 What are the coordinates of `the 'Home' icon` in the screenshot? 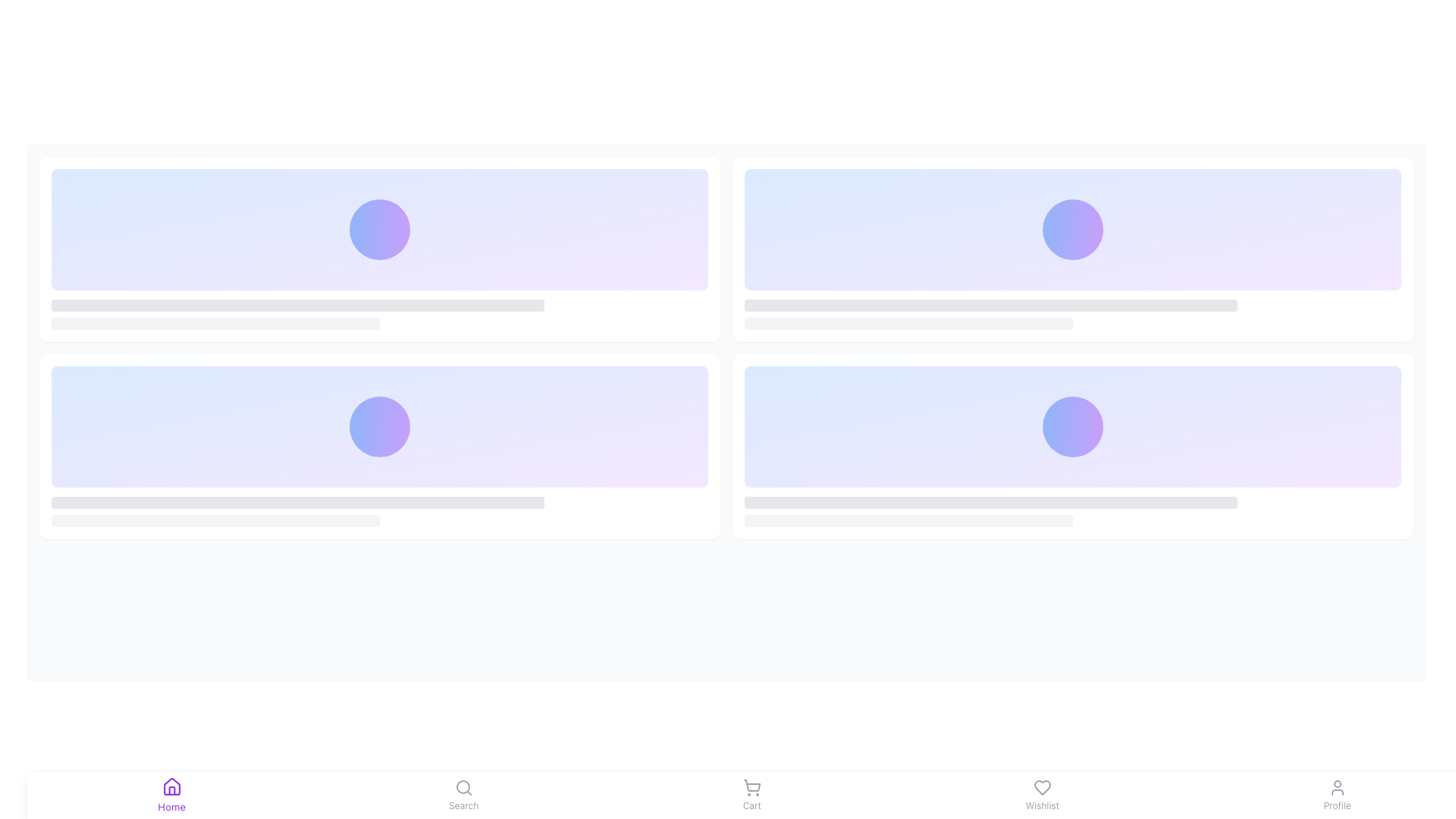 It's located at (171, 785).